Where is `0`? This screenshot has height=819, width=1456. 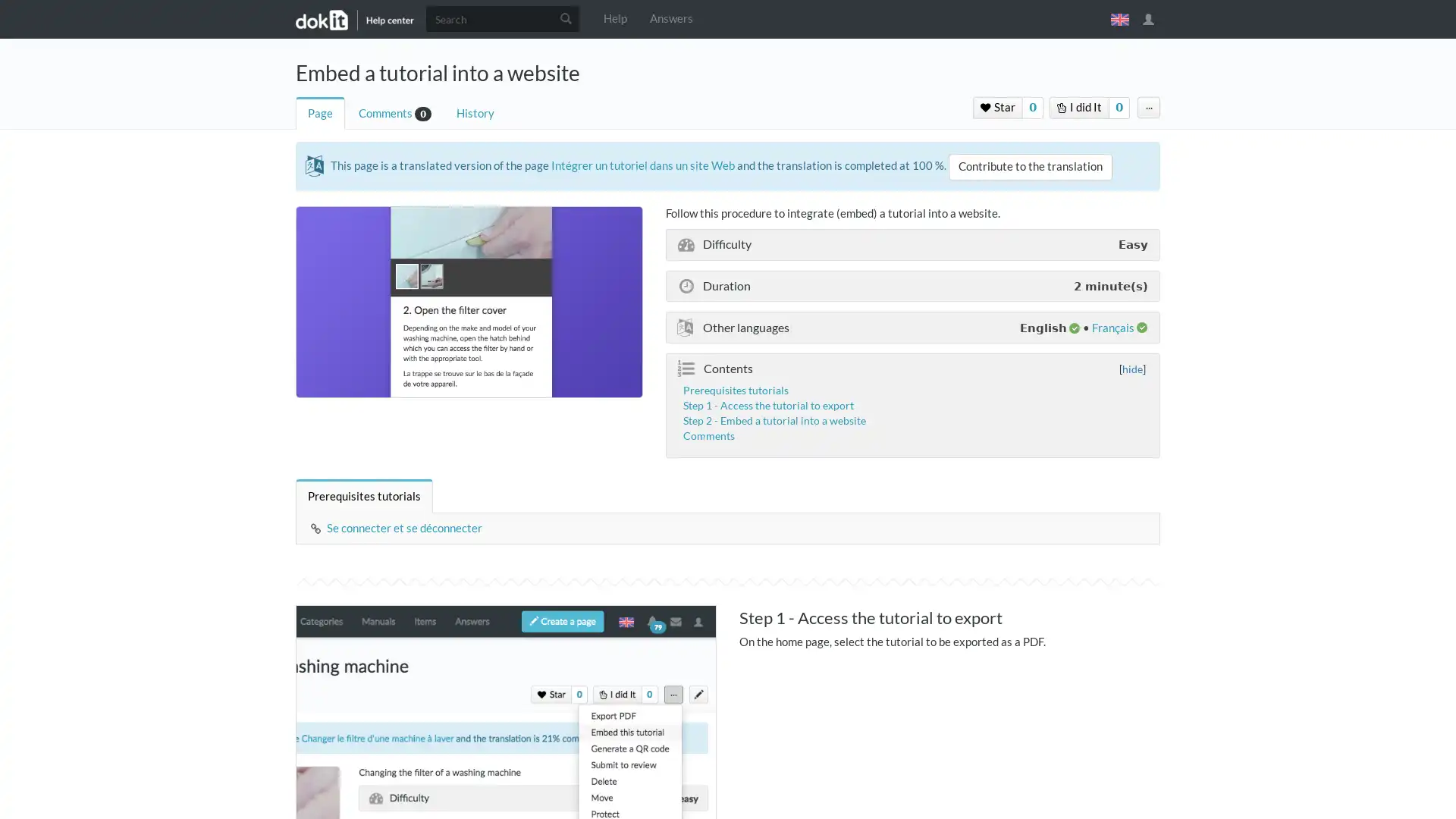 0 is located at coordinates (1032, 107).